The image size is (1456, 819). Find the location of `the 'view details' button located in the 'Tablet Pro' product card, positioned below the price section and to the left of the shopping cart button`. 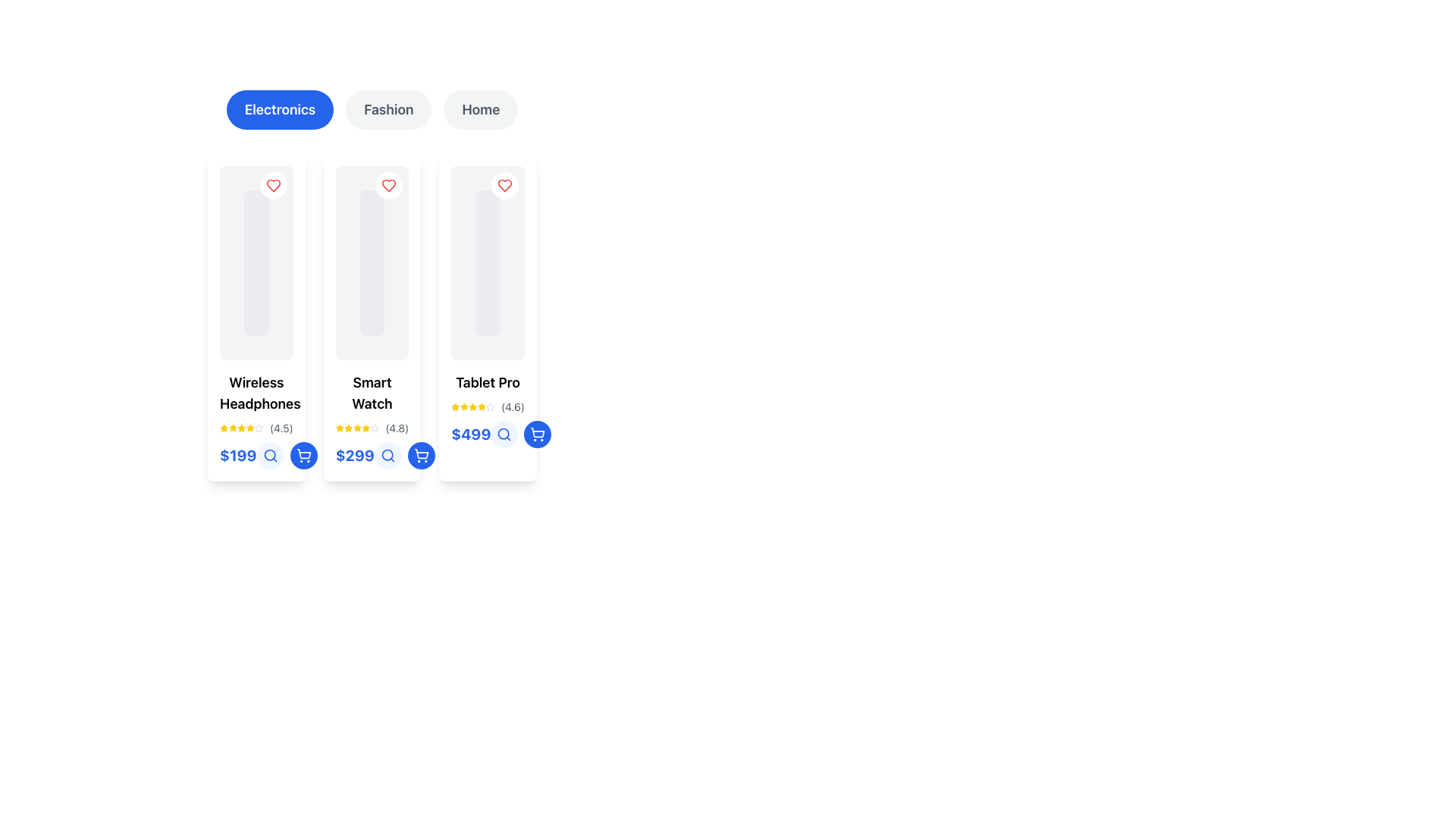

the 'view details' button located in the 'Tablet Pro' product card, positioned below the price section and to the left of the shopping cart button is located at coordinates (504, 435).